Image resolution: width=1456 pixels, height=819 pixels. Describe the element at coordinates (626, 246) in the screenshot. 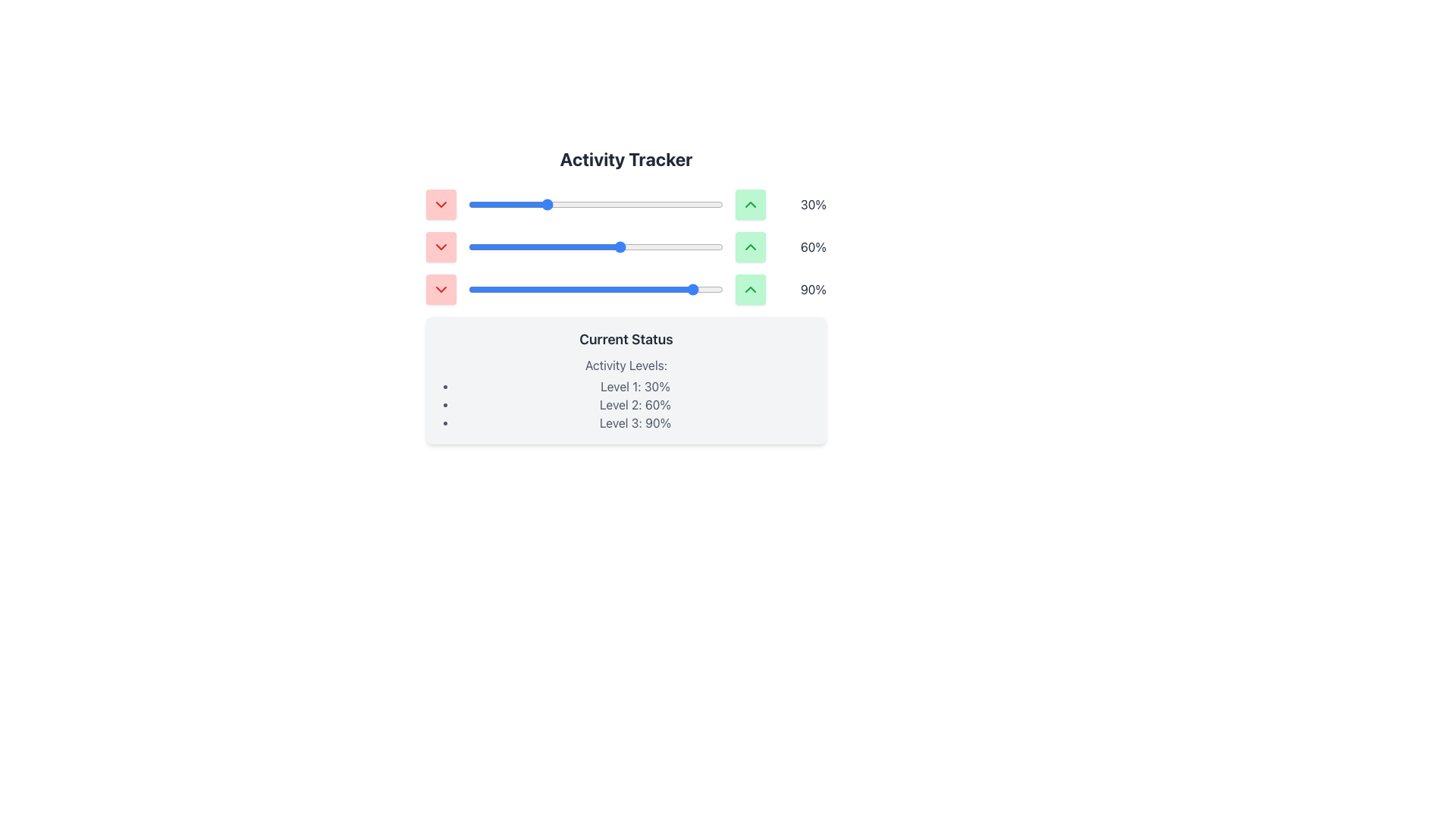

I see `the slider that adjusts values between 0% and 100%, located in the middle of a group of three similar sliders` at that location.